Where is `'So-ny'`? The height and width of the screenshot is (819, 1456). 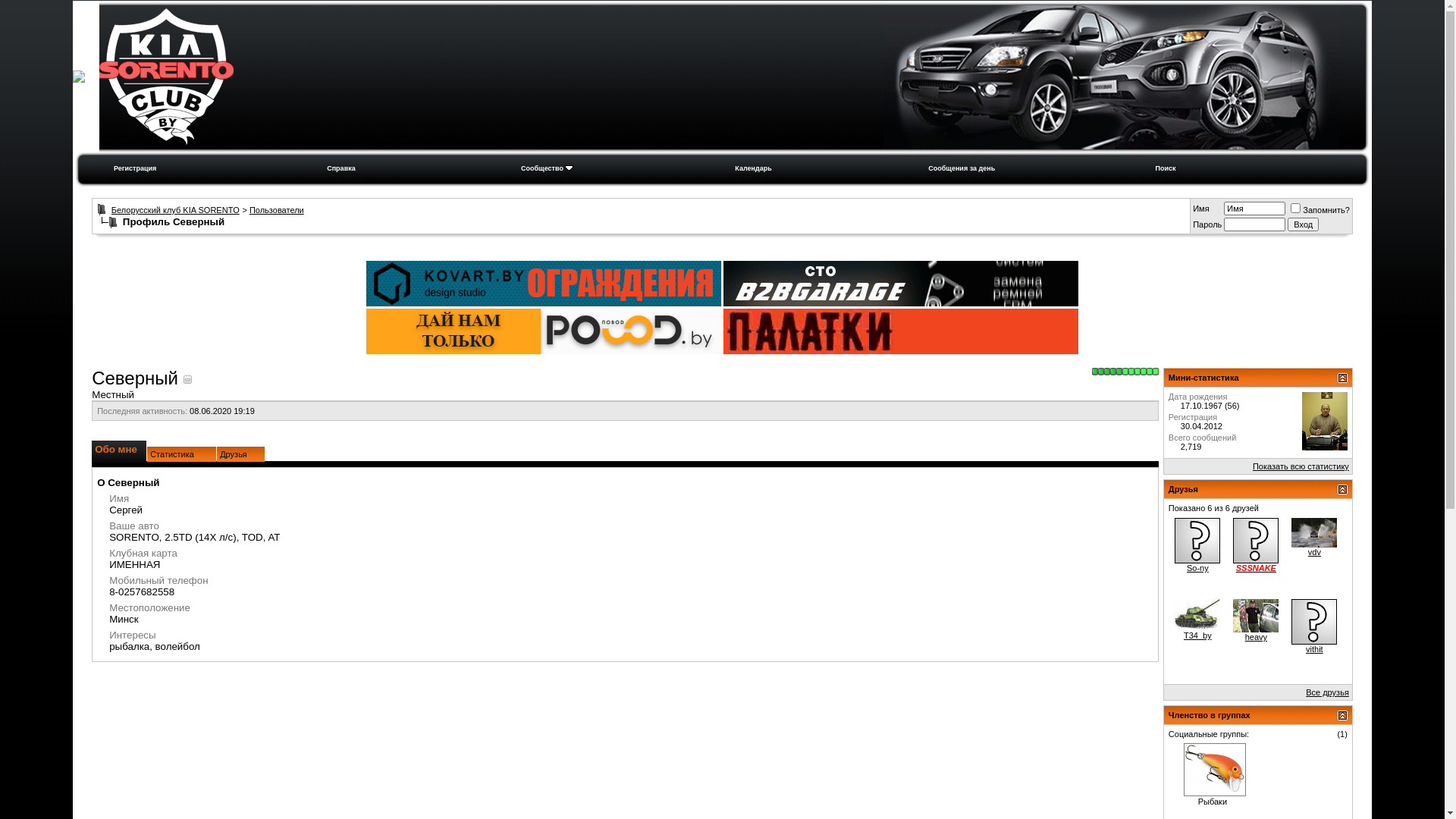
'So-ny' is located at coordinates (1197, 540).